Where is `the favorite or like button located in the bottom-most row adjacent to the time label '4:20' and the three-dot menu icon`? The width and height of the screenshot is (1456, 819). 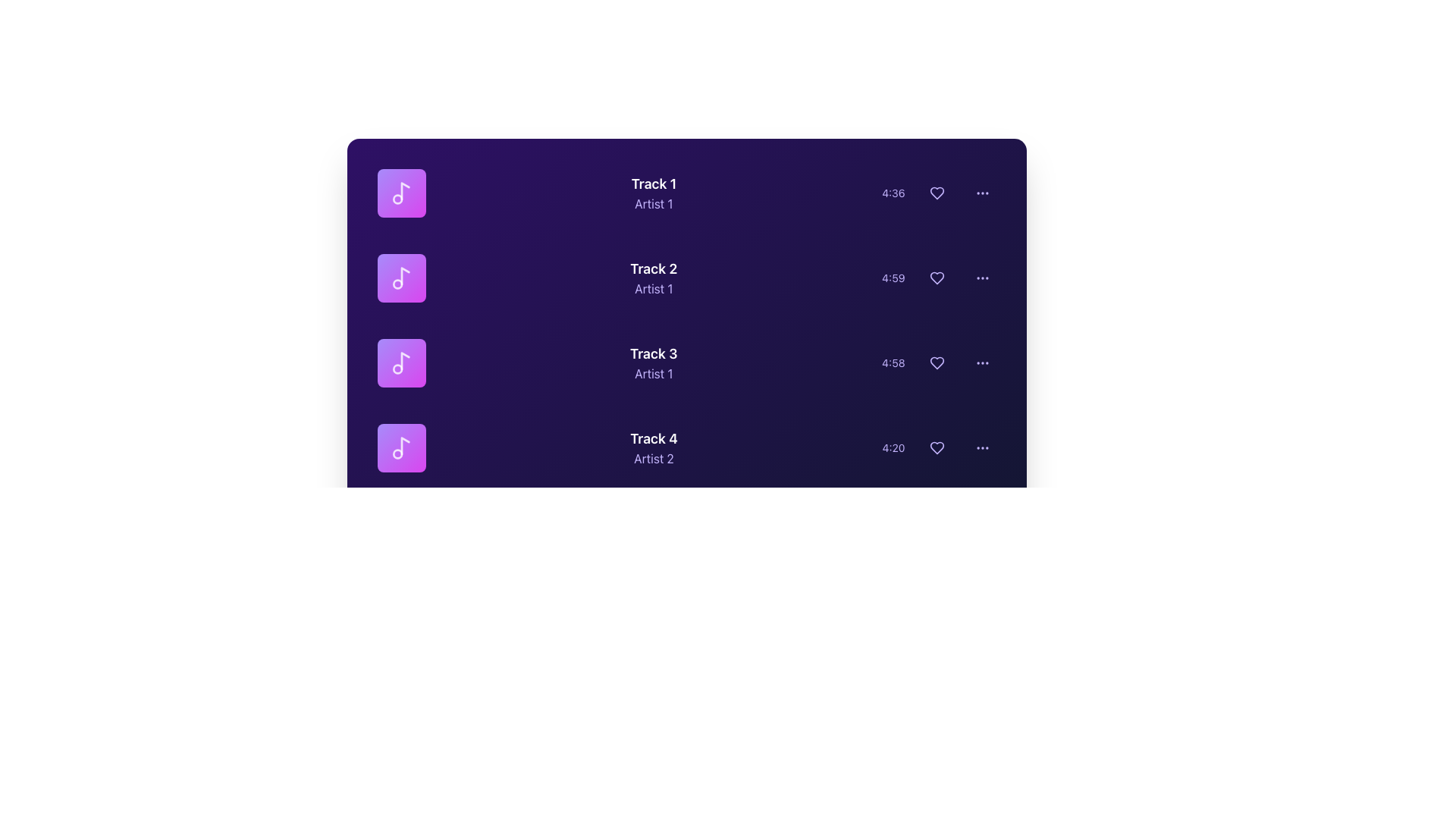
the favorite or like button located in the bottom-most row adjacent to the time label '4:20' and the three-dot menu icon is located at coordinates (936, 447).